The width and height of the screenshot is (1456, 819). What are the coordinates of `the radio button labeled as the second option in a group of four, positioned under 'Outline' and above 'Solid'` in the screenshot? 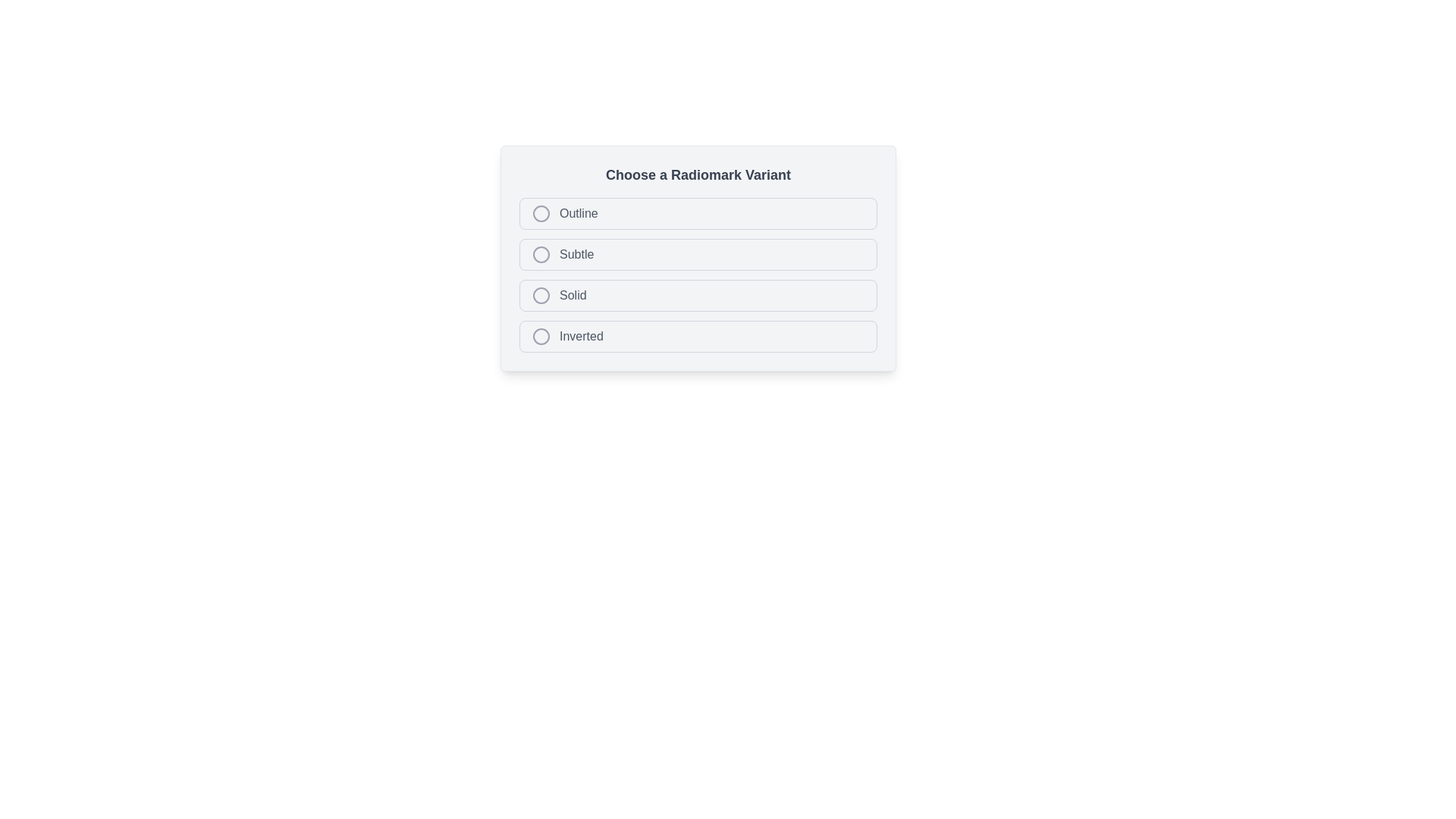 It's located at (698, 253).